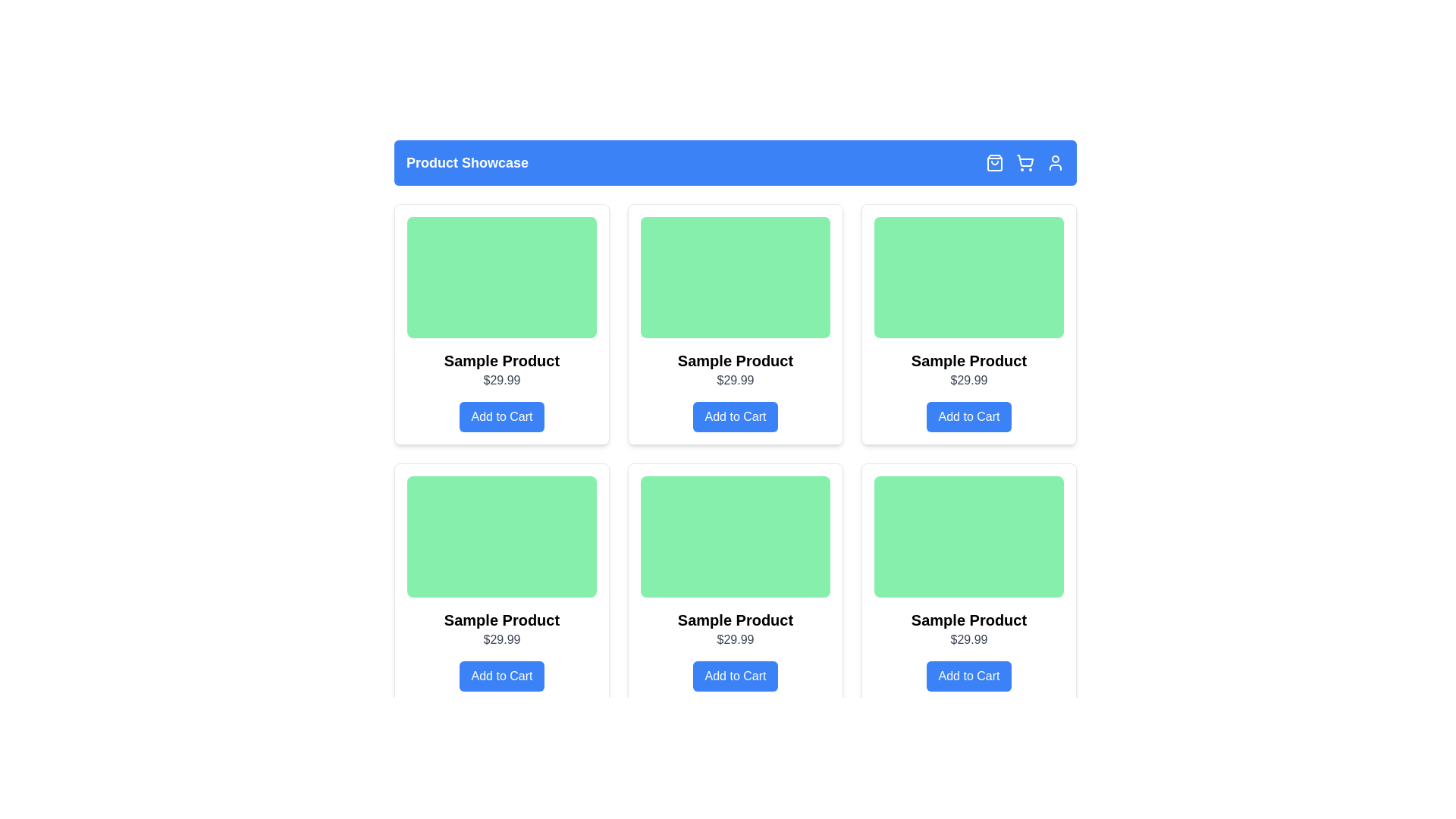 The height and width of the screenshot is (819, 1456). I want to click on the button that adds 'Sample Product' to the shopping cart, located at the bottom of the card for the third product in the upper row of the grid layout, so click(968, 417).